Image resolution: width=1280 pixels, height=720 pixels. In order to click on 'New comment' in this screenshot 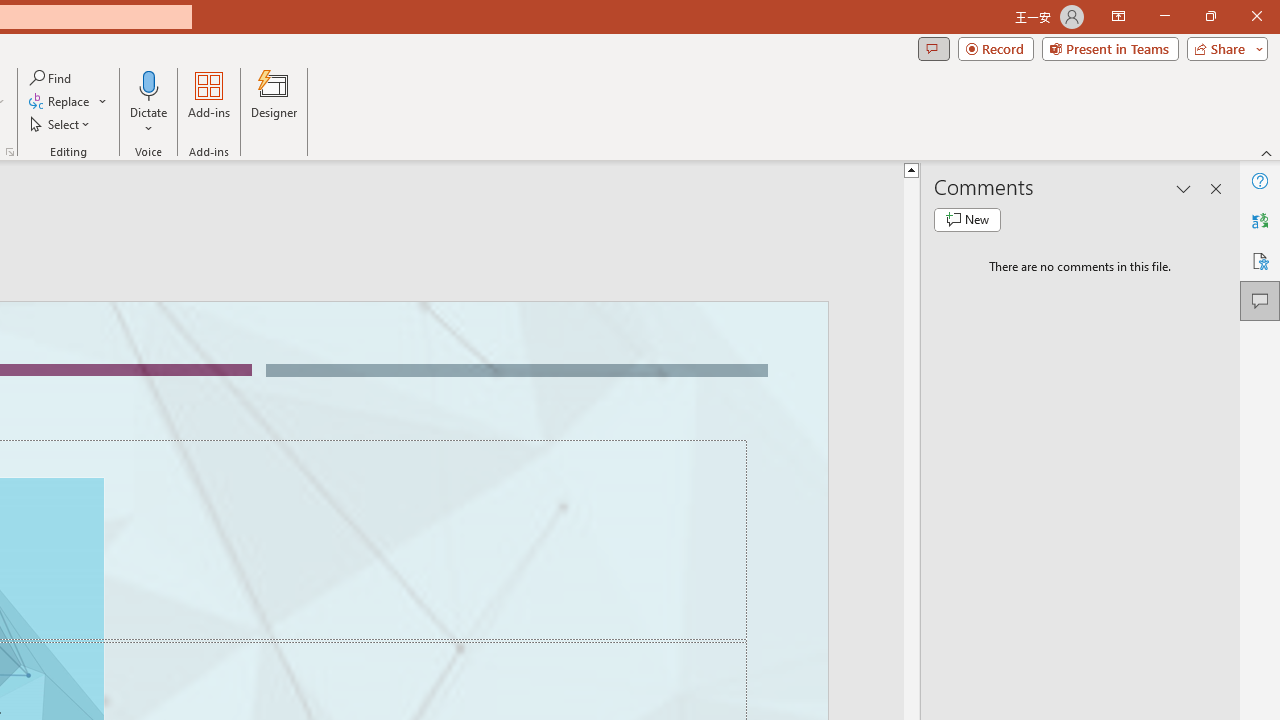, I will do `click(967, 219)`.